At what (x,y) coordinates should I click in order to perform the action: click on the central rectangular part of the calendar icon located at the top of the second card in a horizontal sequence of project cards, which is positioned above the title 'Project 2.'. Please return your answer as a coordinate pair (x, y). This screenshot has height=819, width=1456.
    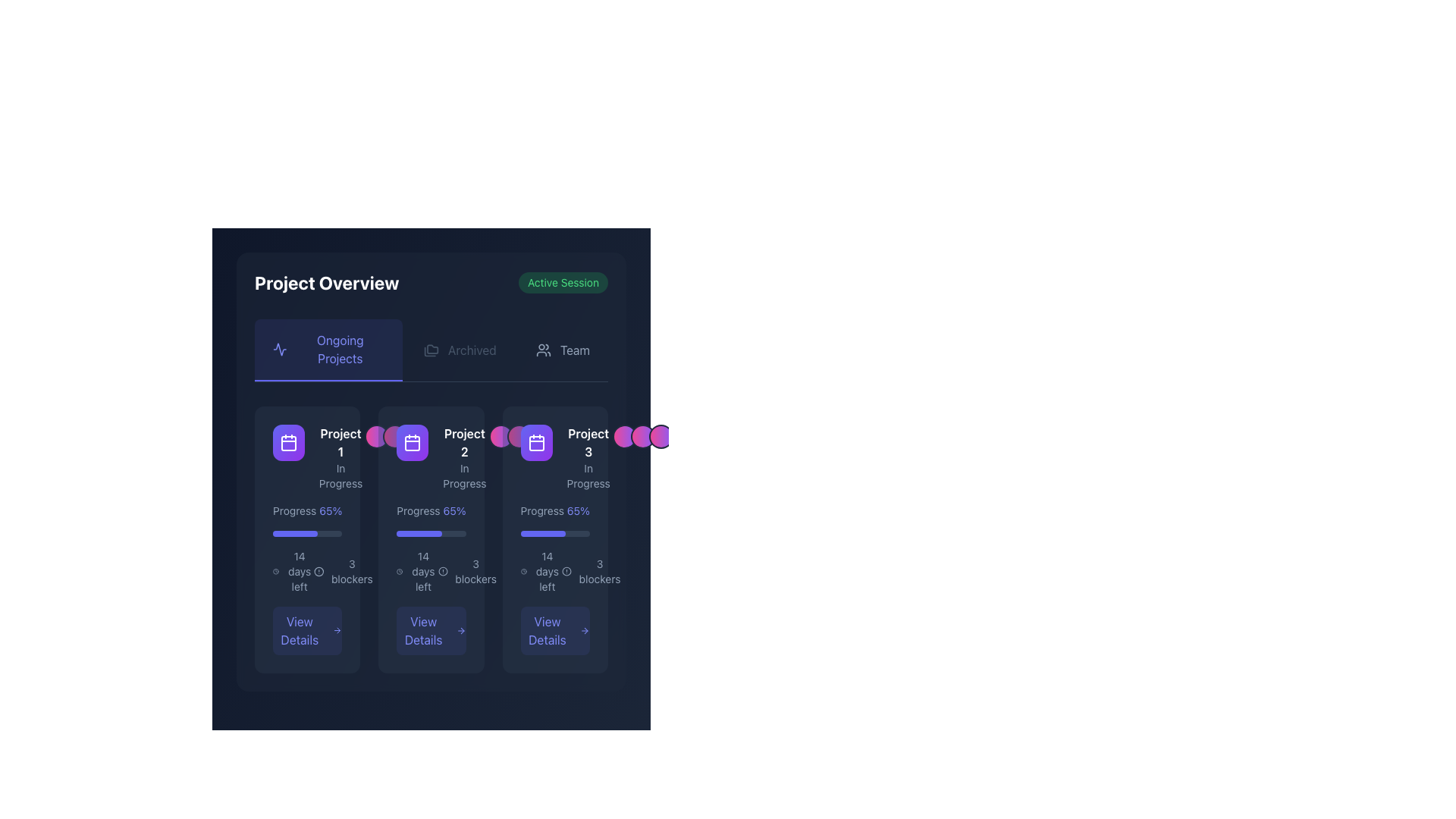
    Looking at the image, I should click on (413, 444).